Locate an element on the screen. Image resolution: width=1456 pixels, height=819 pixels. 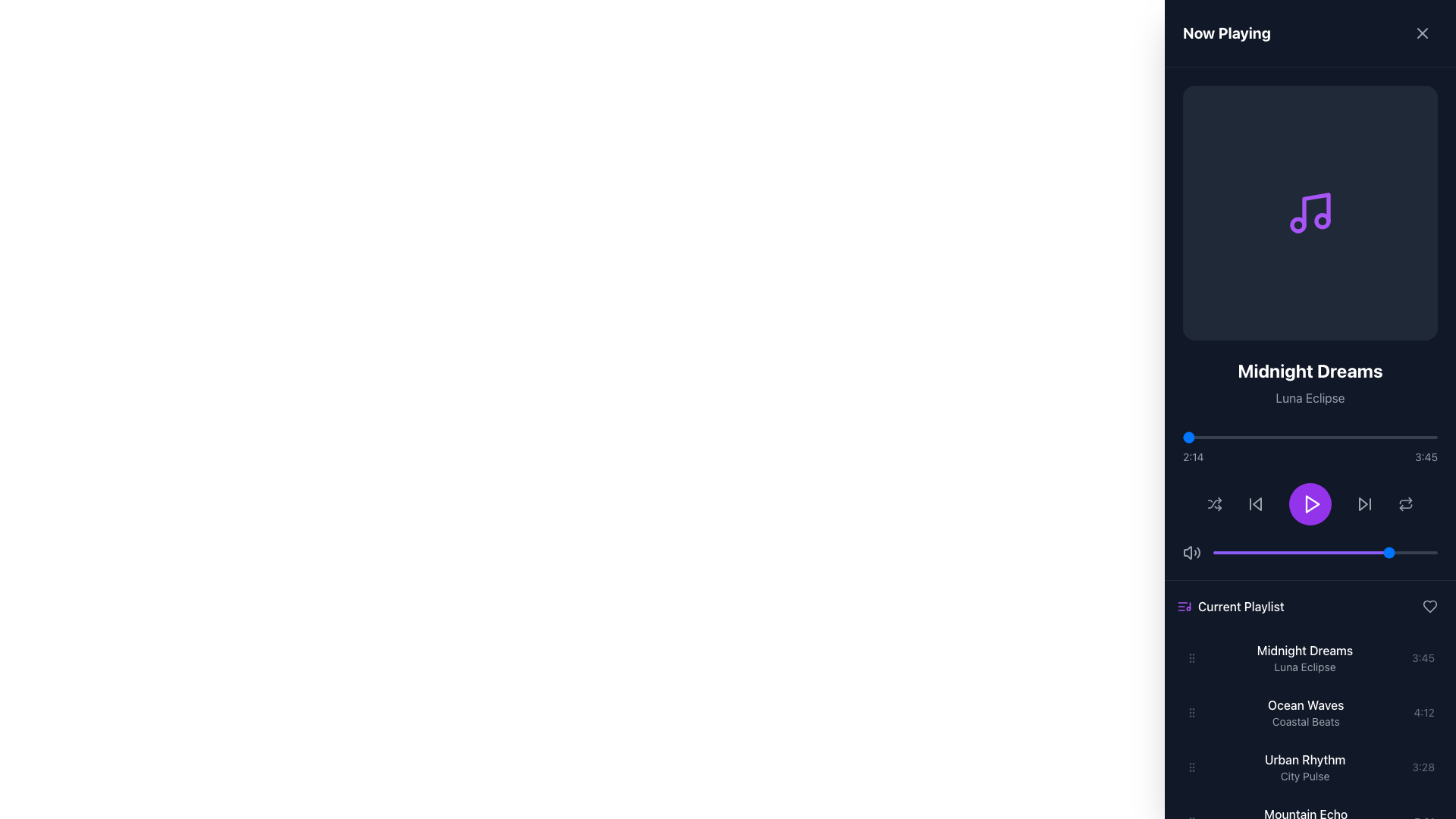
the slider is located at coordinates (1226, 553).